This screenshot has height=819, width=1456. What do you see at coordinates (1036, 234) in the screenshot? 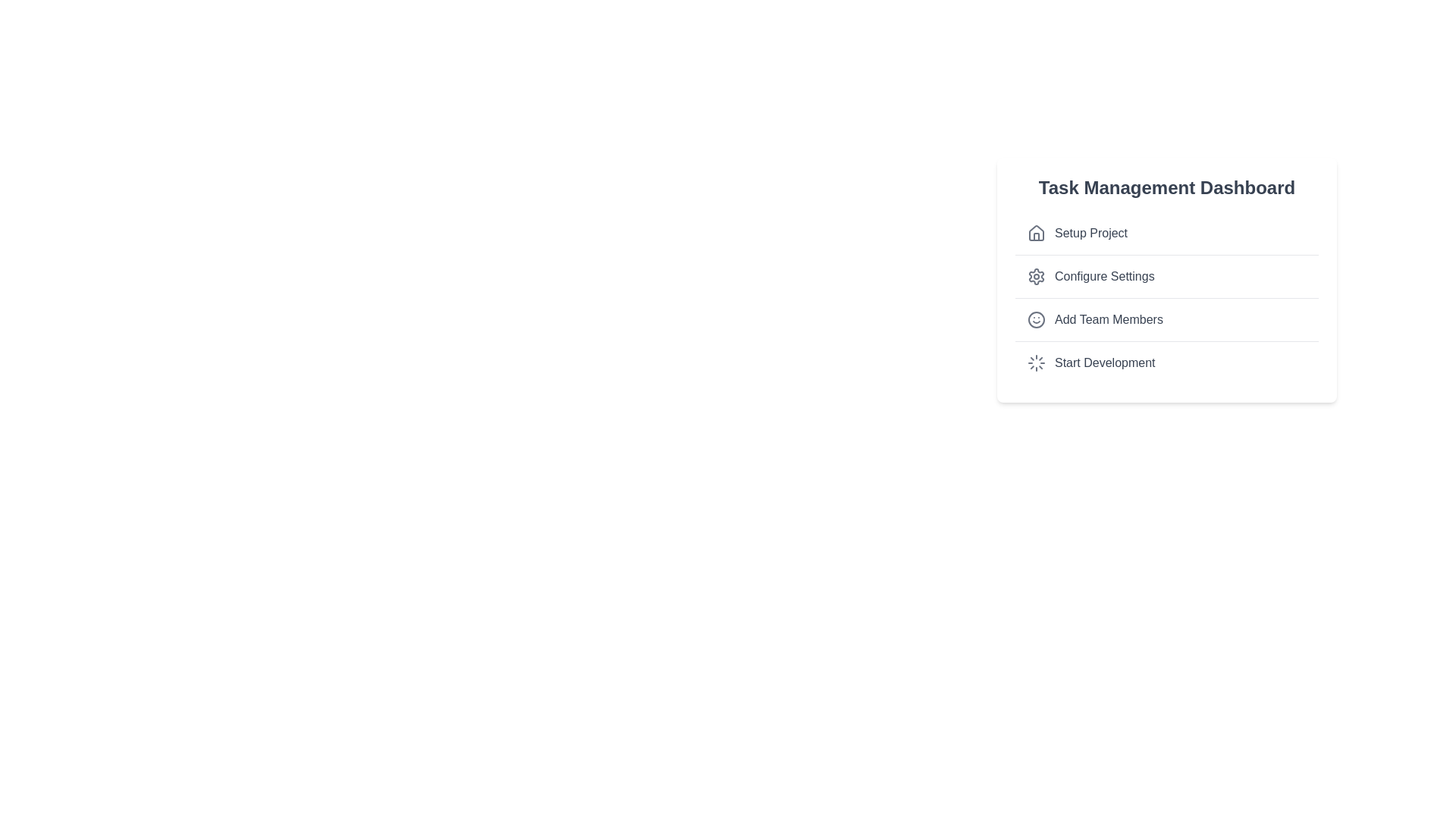
I see `the small house-shaped icon located to the left of the text 'Setup Project'` at bounding box center [1036, 234].